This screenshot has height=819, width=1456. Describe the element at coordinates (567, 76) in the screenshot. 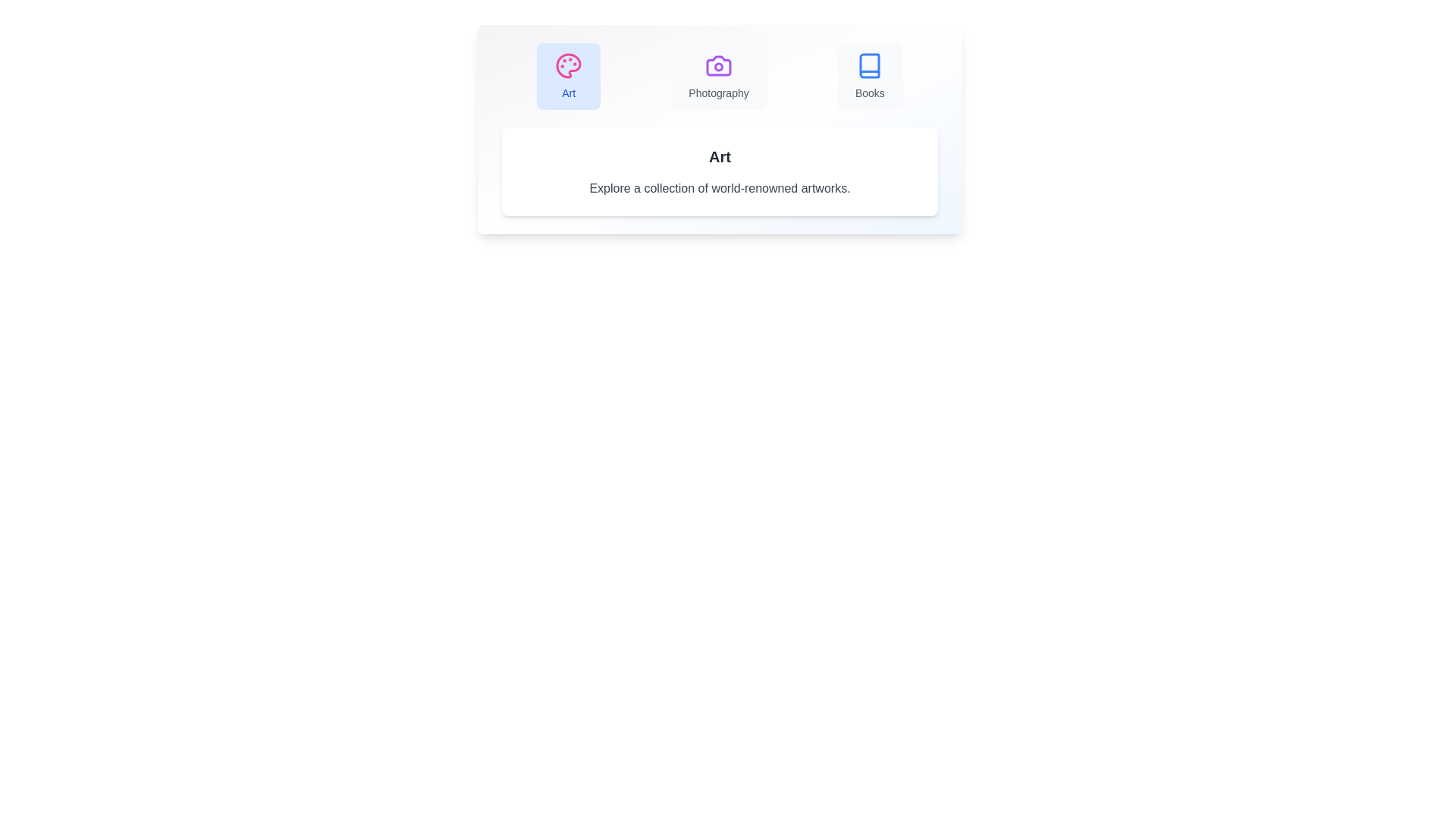

I see `the Art tab to view its content` at that location.